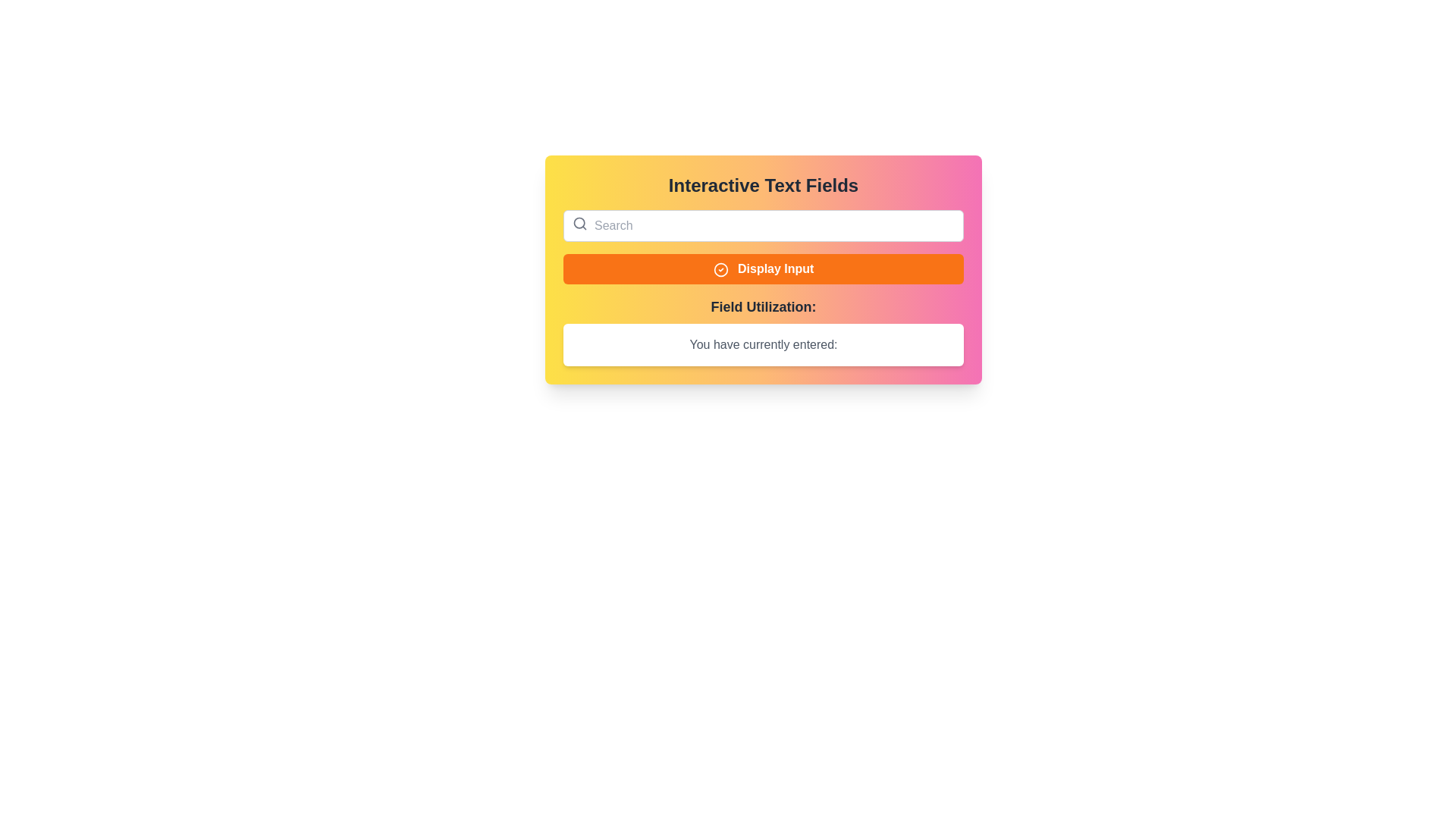 Image resolution: width=1456 pixels, height=819 pixels. What do you see at coordinates (764, 185) in the screenshot?
I see `the static text label that displays 'Interactive Text Fields', which is styled in bold 2xl font and positioned at the top of a gradient-colored card` at bounding box center [764, 185].